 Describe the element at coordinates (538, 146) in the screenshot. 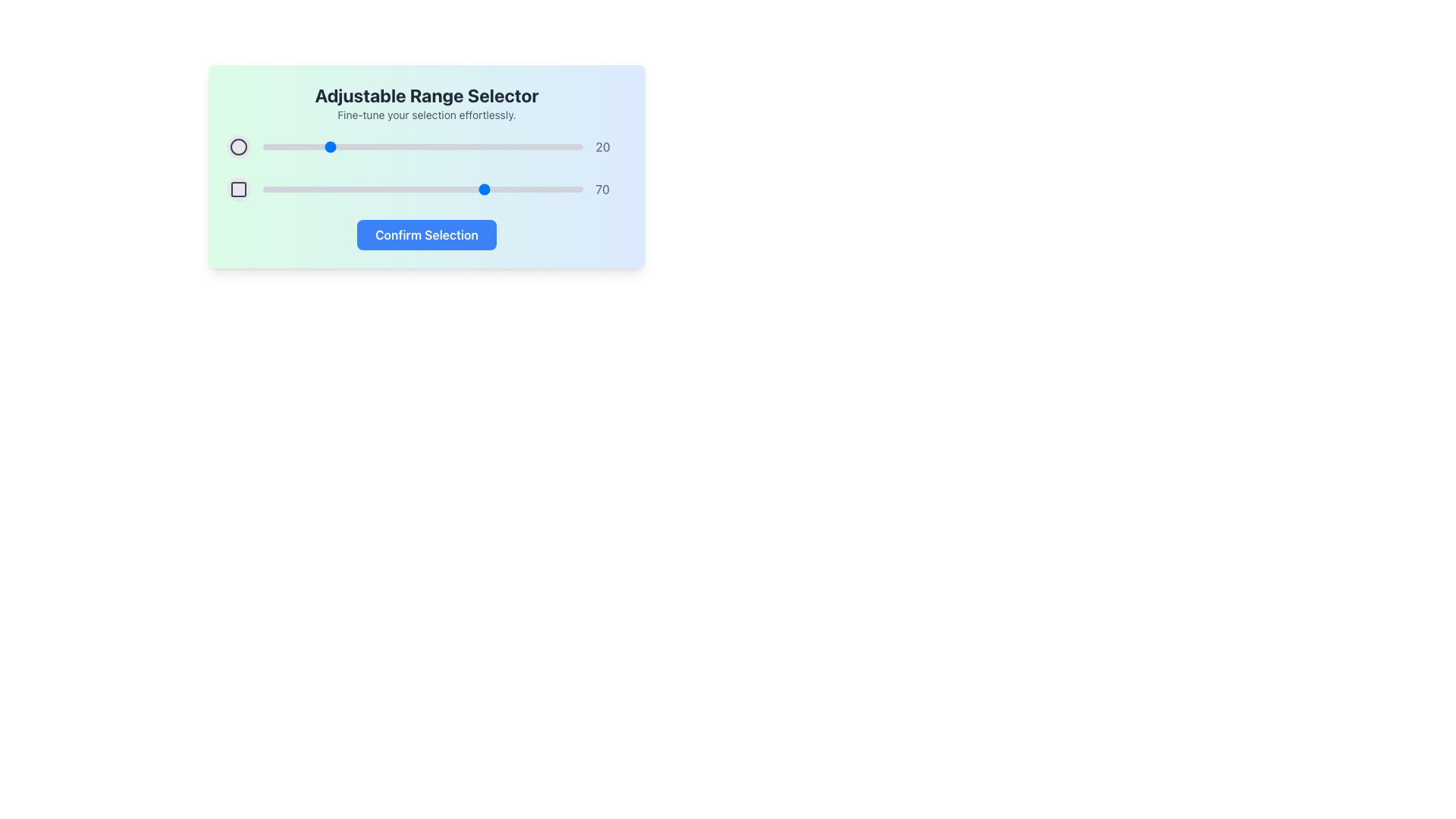

I see `slider` at that location.